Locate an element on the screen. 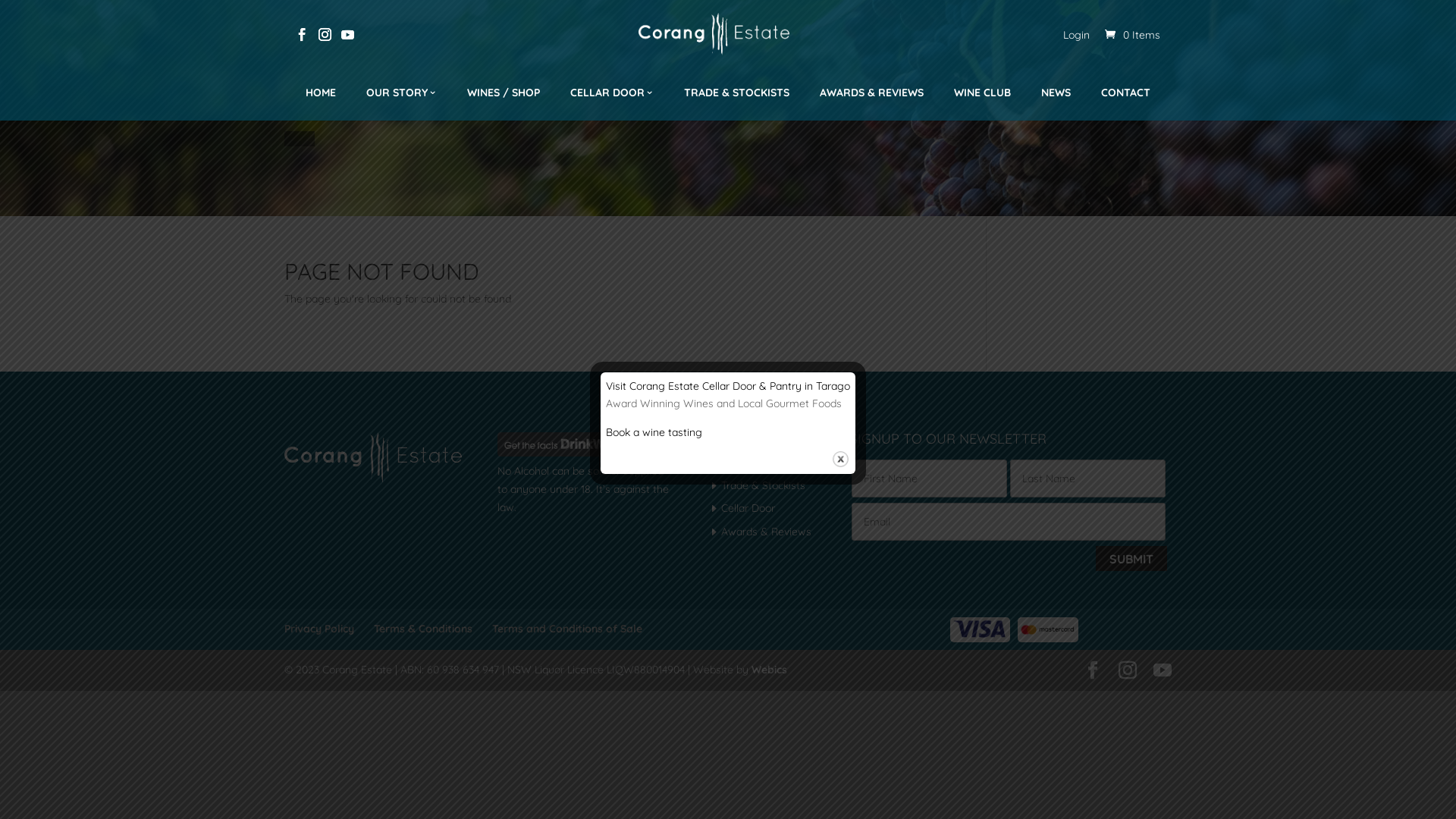 The height and width of the screenshot is (819, 1456). 'Submit' is located at coordinates (1131, 558).